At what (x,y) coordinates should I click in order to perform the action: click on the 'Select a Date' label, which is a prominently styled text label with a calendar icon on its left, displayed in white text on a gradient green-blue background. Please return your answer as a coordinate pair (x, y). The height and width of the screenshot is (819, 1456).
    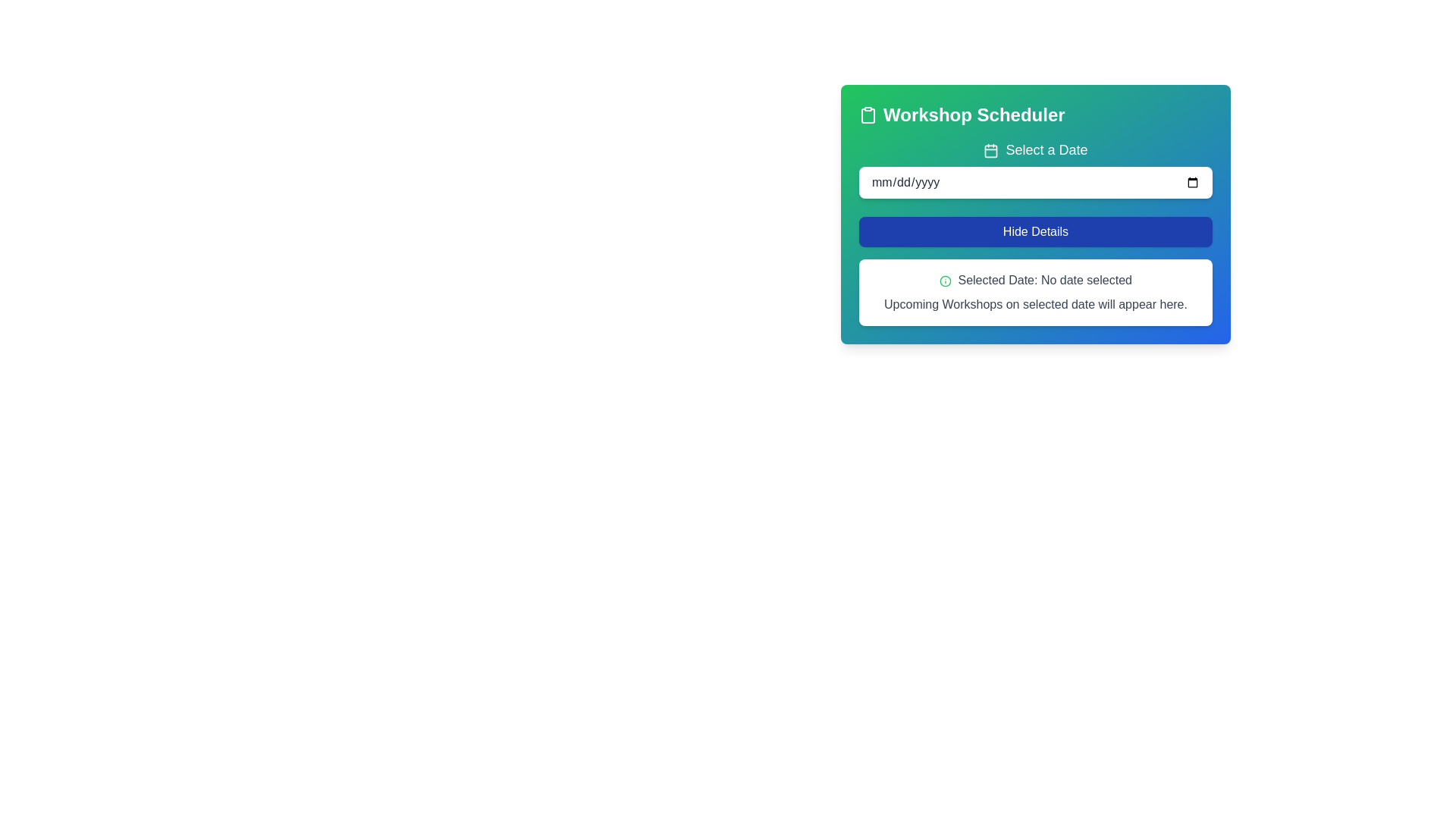
    Looking at the image, I should click on (1035, 149).